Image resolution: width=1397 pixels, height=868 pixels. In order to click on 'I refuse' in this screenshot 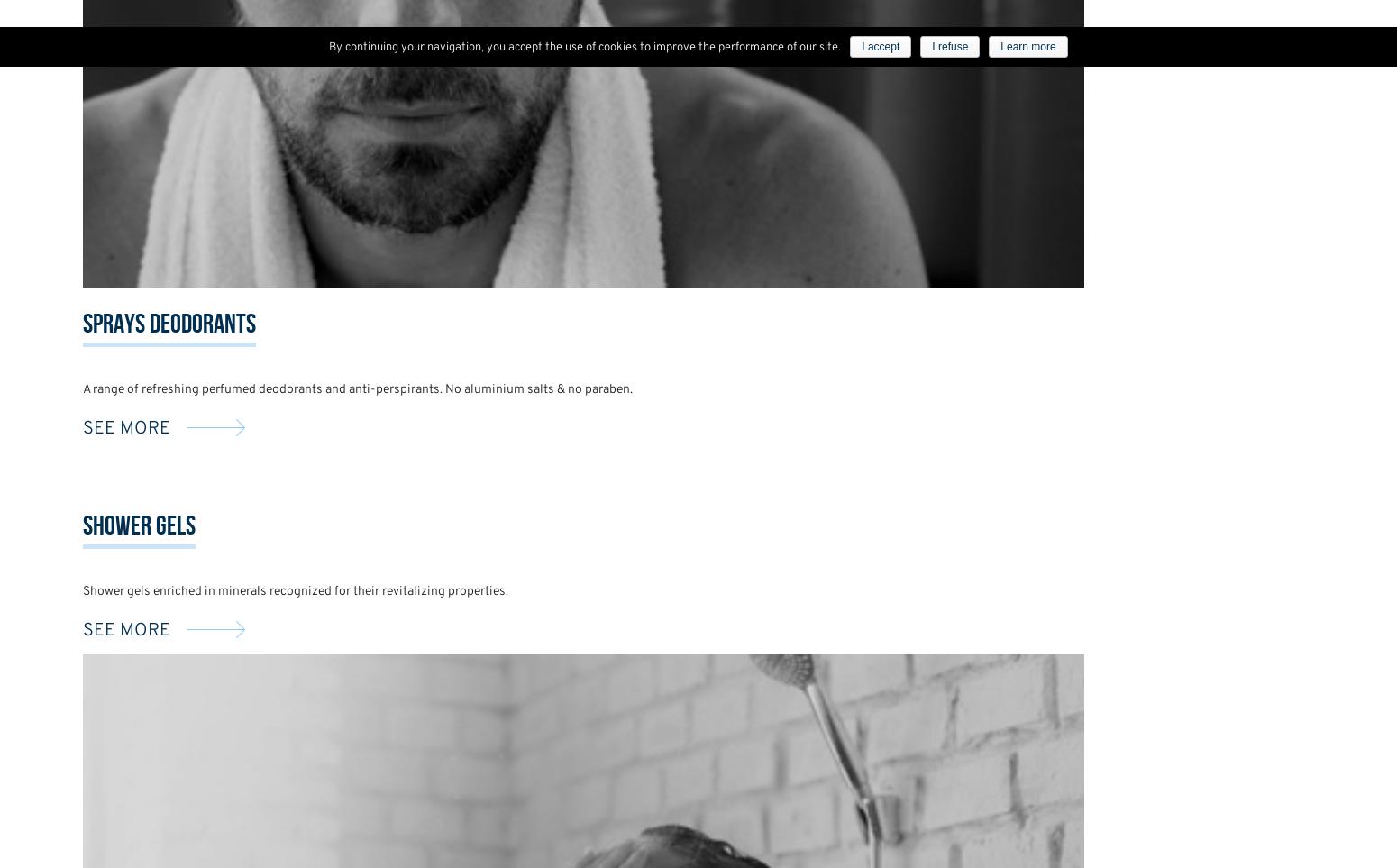, I will do `click(950, 47)`.